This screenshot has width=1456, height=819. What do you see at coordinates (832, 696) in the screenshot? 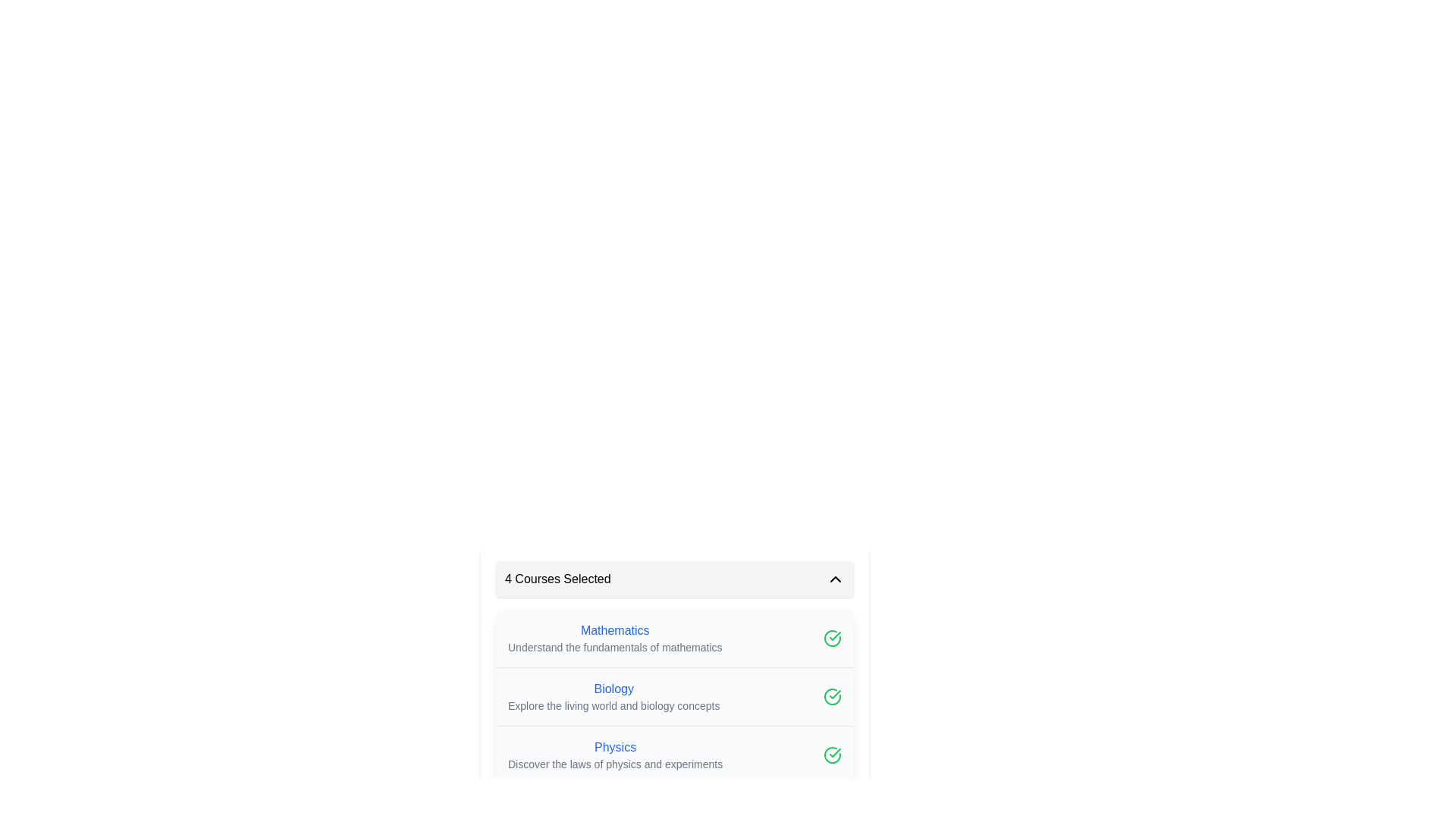
I see `the circular icon with a green outline and a checkmark inside, located to the right of the 'Biology' label` at bounding box center [832, 696].